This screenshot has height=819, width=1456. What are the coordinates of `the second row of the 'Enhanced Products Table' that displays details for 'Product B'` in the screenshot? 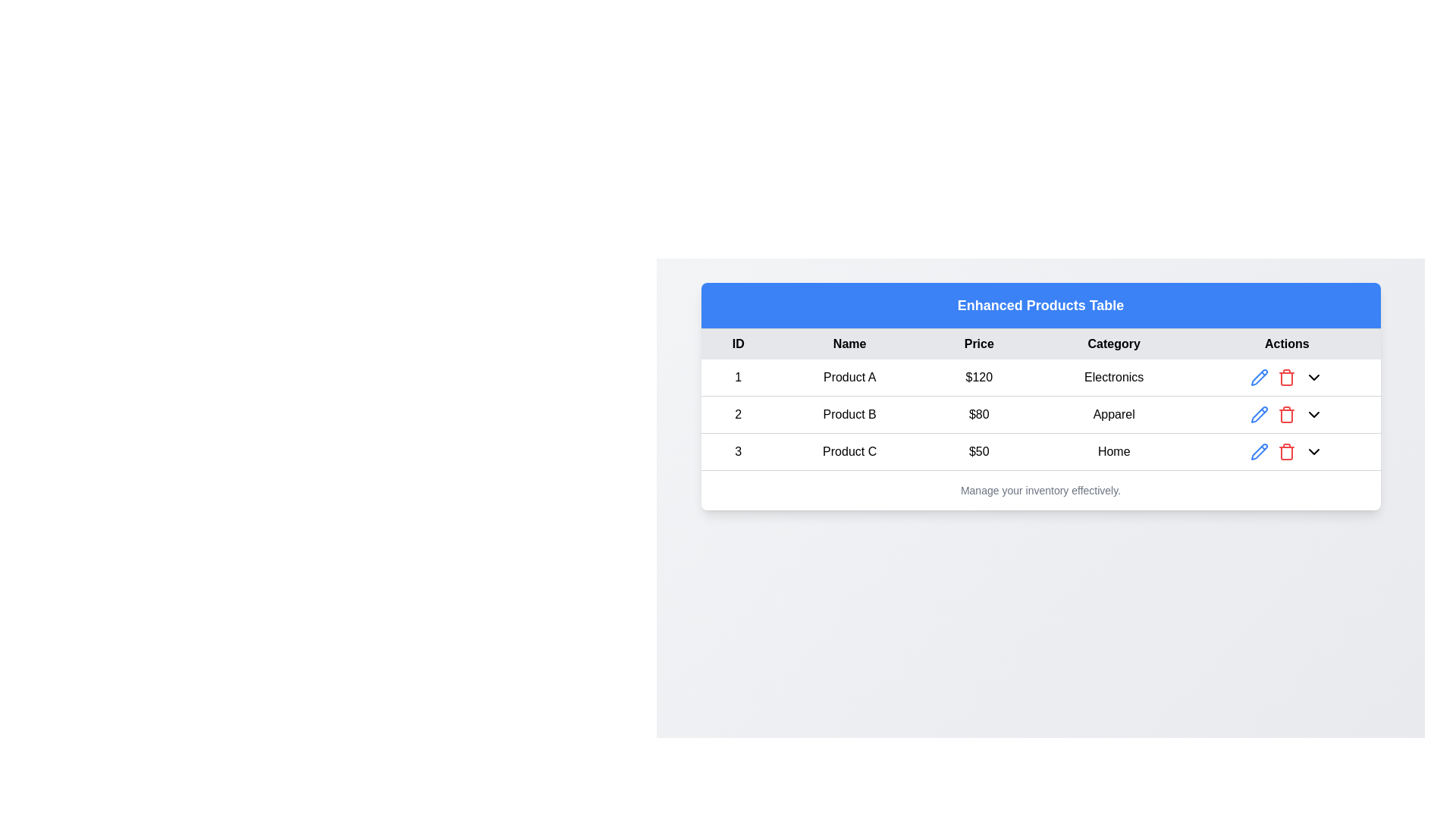 It's located at (1040, 415).